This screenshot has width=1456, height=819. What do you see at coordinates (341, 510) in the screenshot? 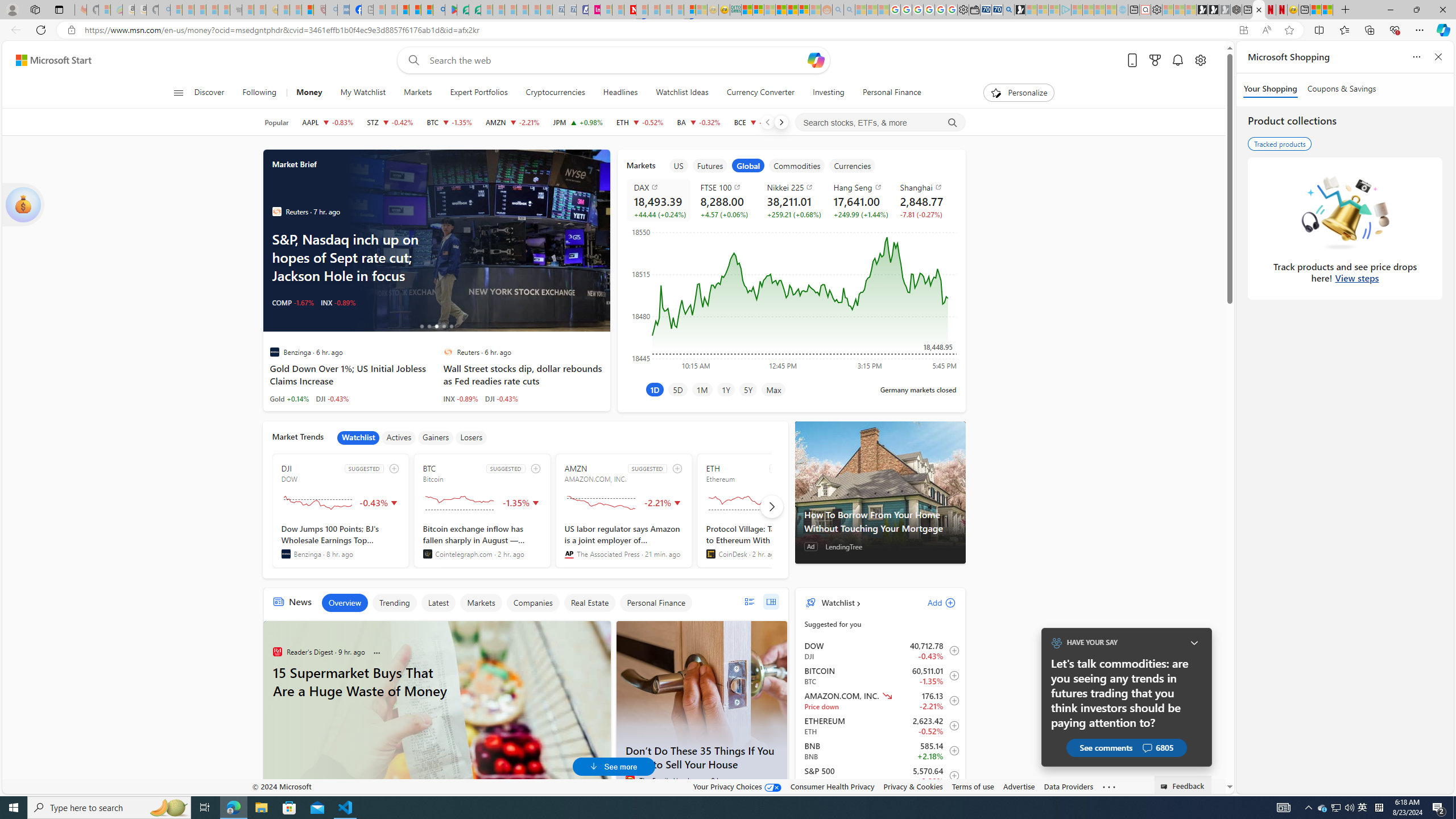
I see `'DJI SUGGESTED DOW'` at bounding box center [341, 510].